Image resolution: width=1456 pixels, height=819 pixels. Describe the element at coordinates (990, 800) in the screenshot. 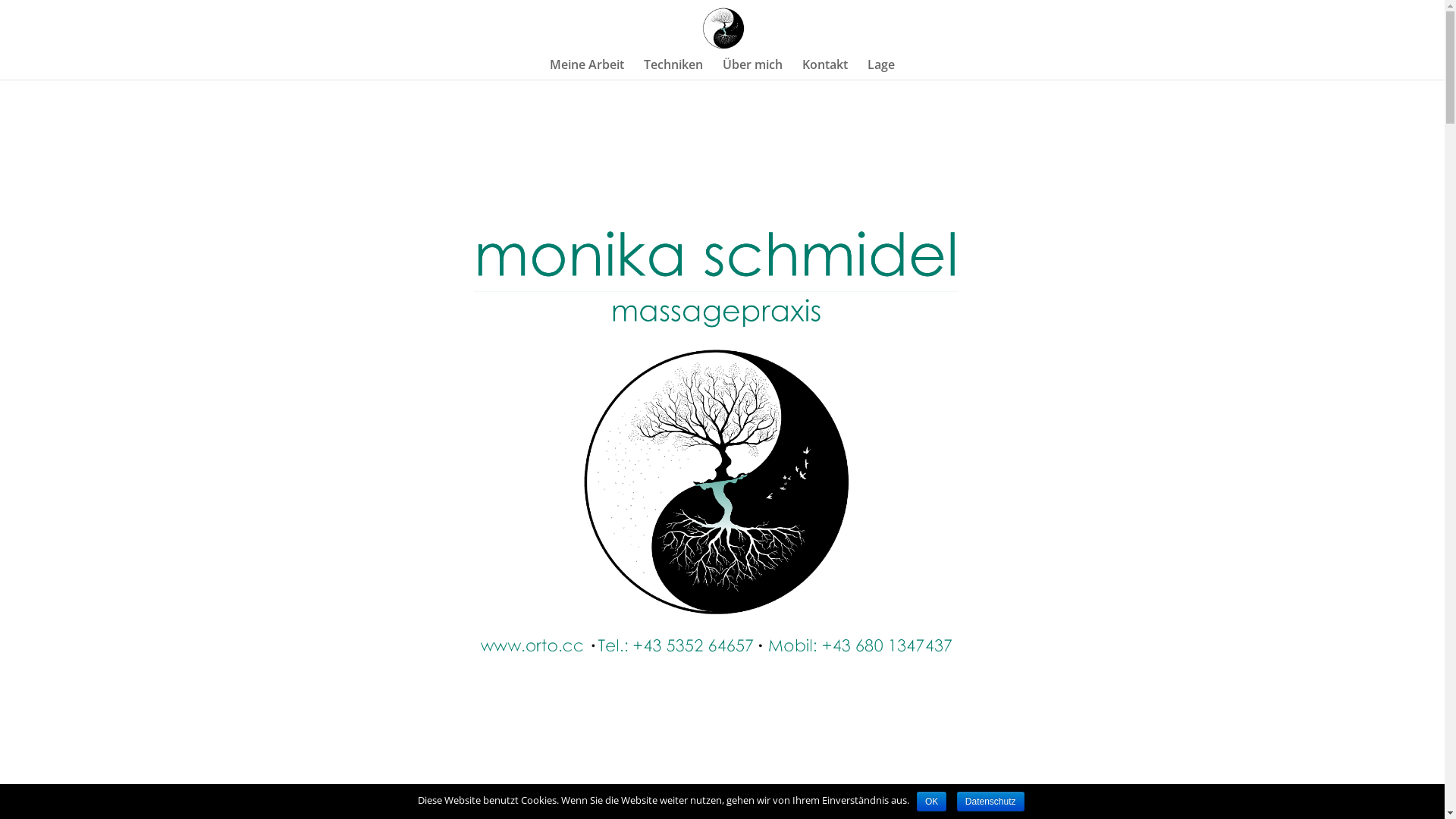

I see `'Datenschutz'` at that location.